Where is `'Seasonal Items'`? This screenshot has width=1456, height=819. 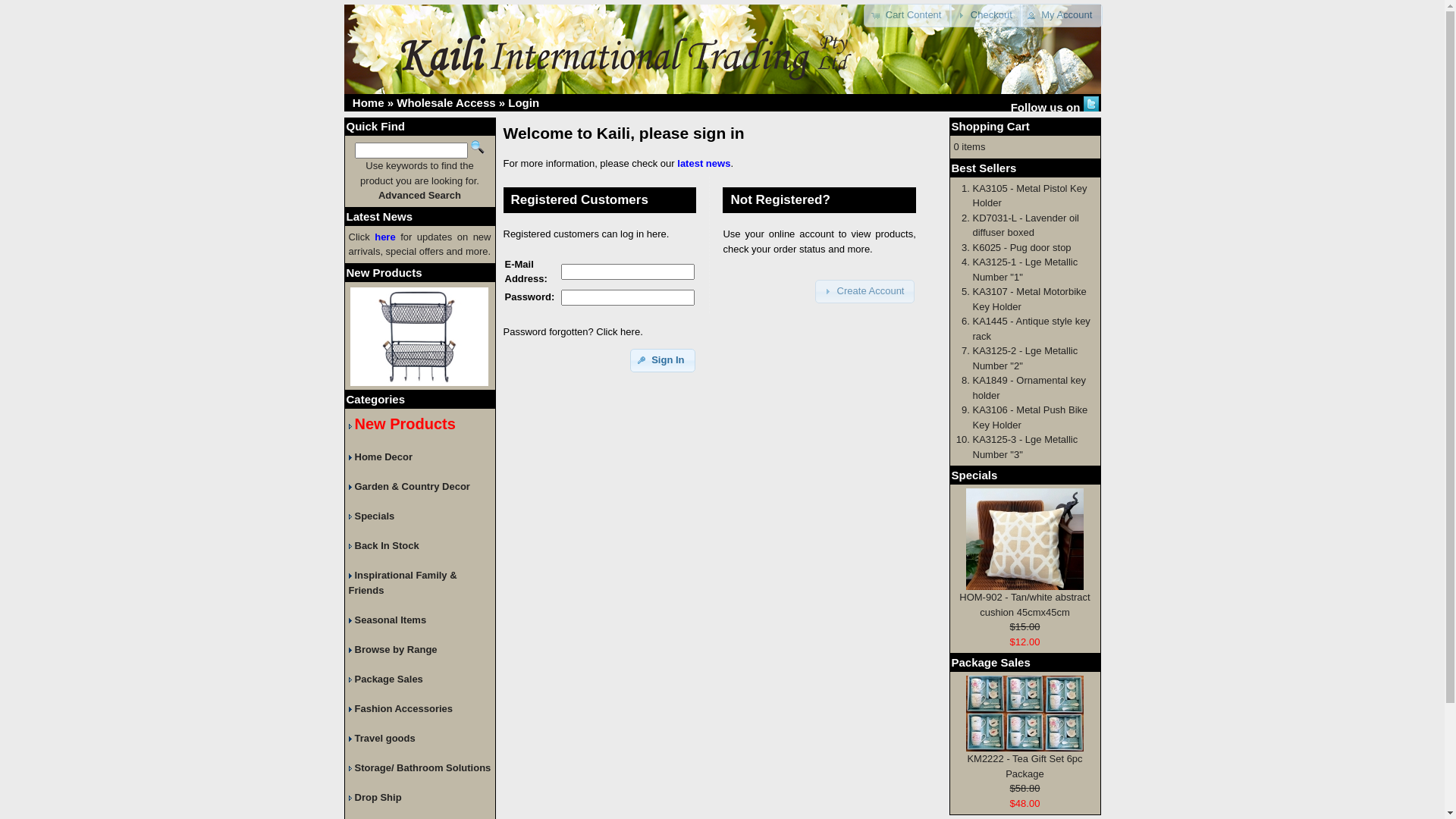
'Seasonal Items' is located at coordinates (388, 620).